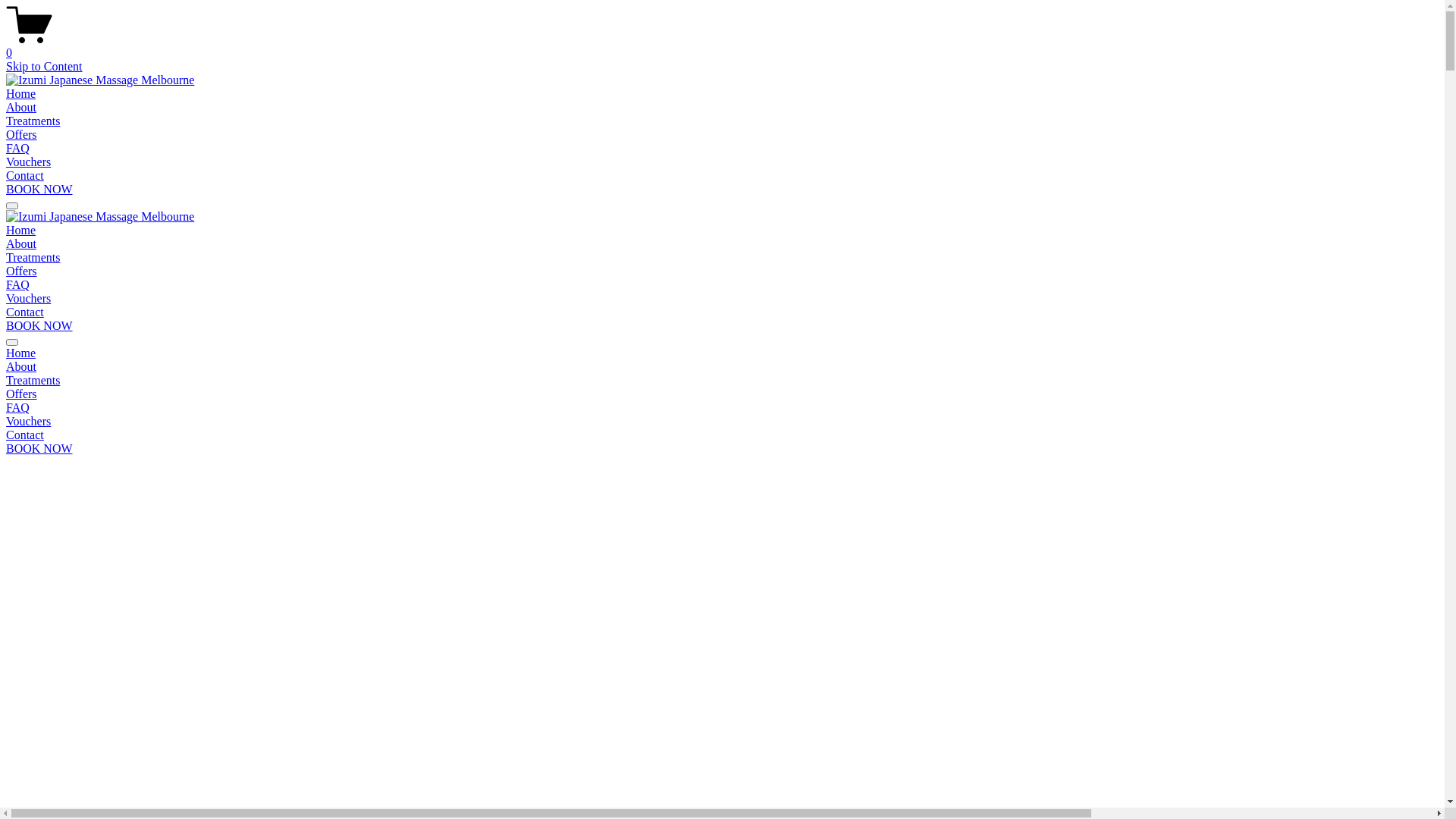 The image size is (1456, 819). What do you see at coordinates (721, 406) in the screenshot?
I see `'FAQ'` at bounding box center [721, 406].